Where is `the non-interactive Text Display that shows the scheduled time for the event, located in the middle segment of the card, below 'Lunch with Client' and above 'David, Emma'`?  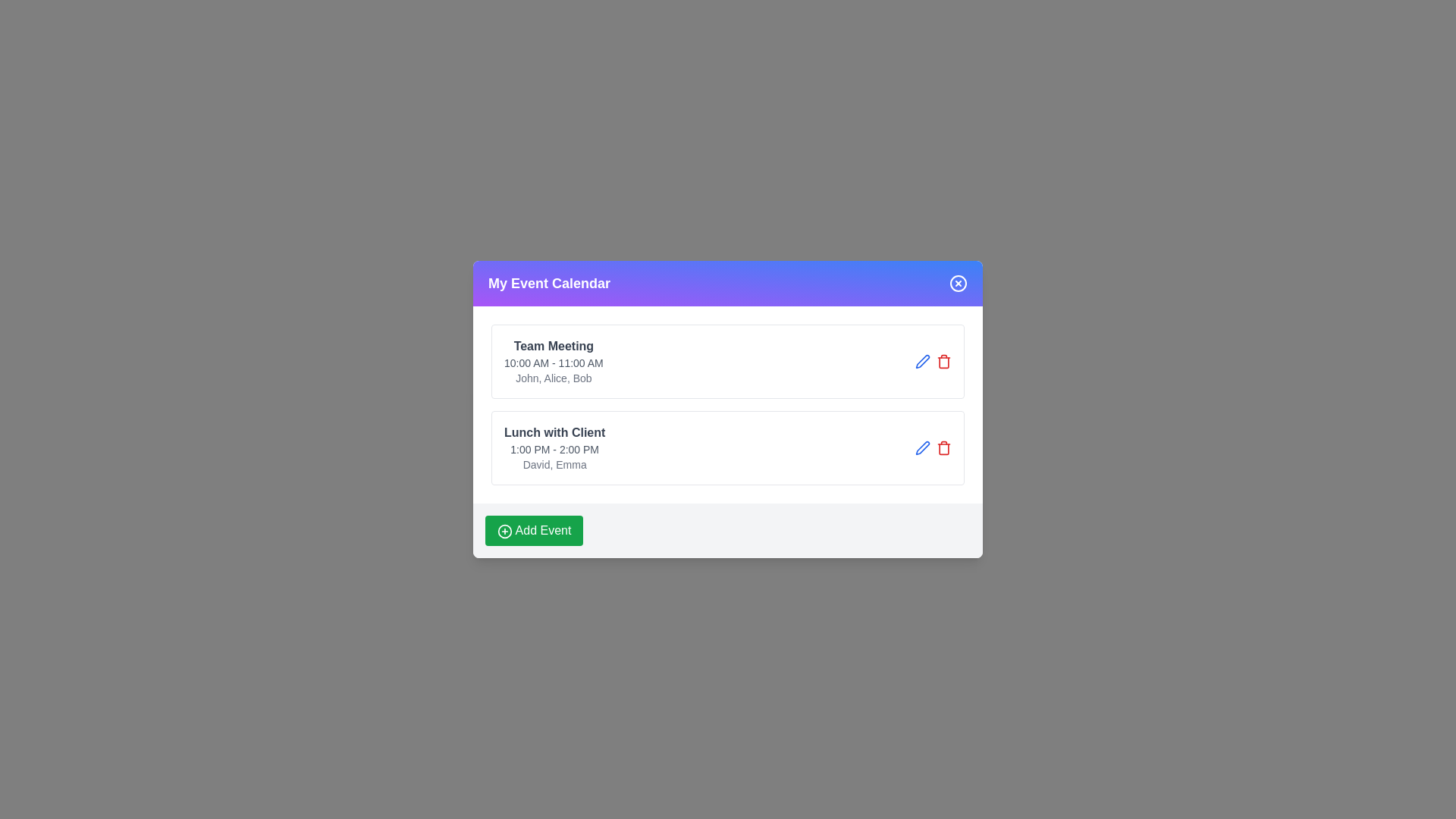 the non-interactive Text Display that shows the scheduled time for the event, located in the middle segment of the card, below 'Lunch with Client' and above 'David, Emma' is located at coordinates (554, 449).